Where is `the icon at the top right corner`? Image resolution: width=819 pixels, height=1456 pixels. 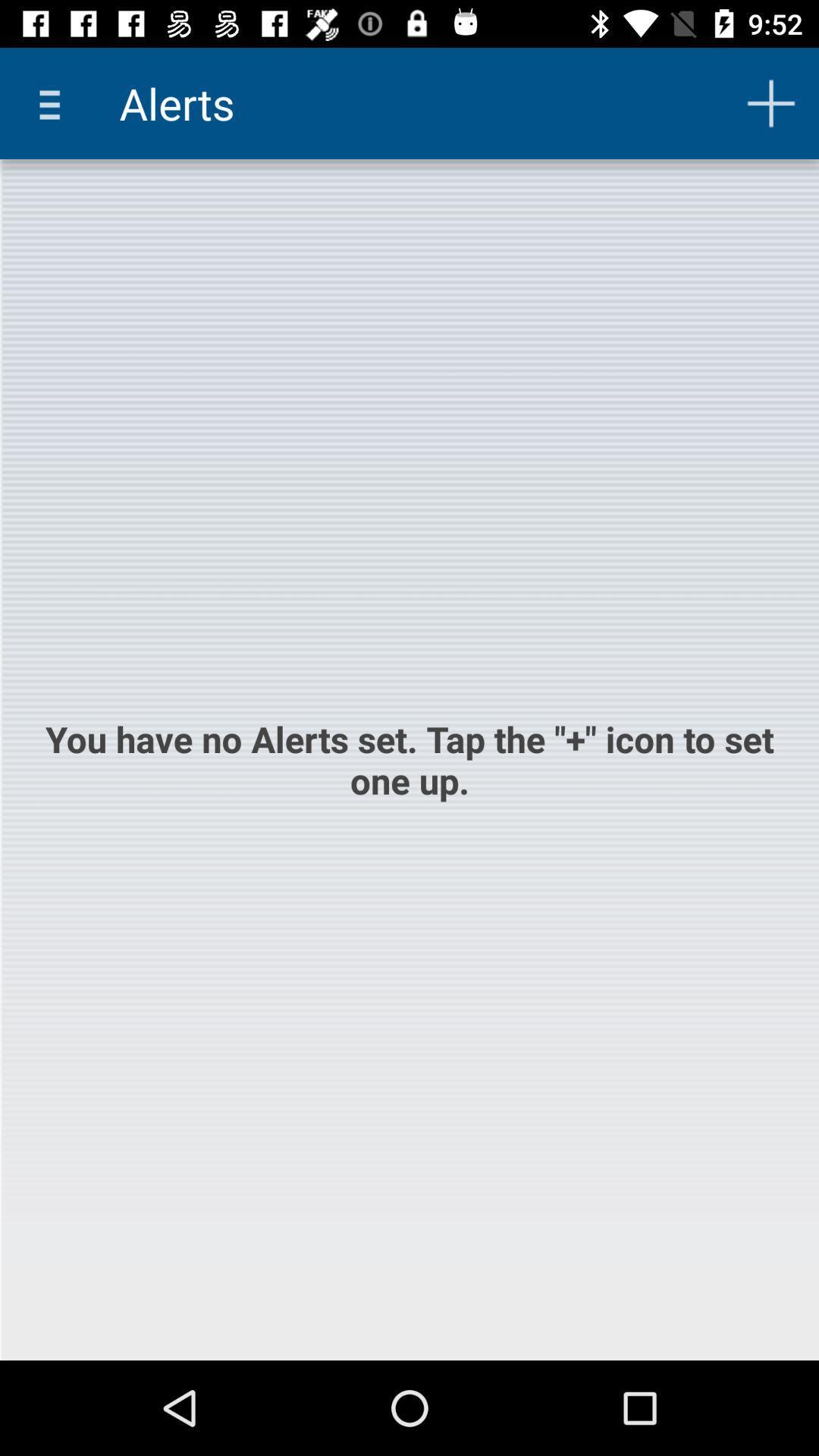 the icon at the top right corner is located at coordinates (771, 102).